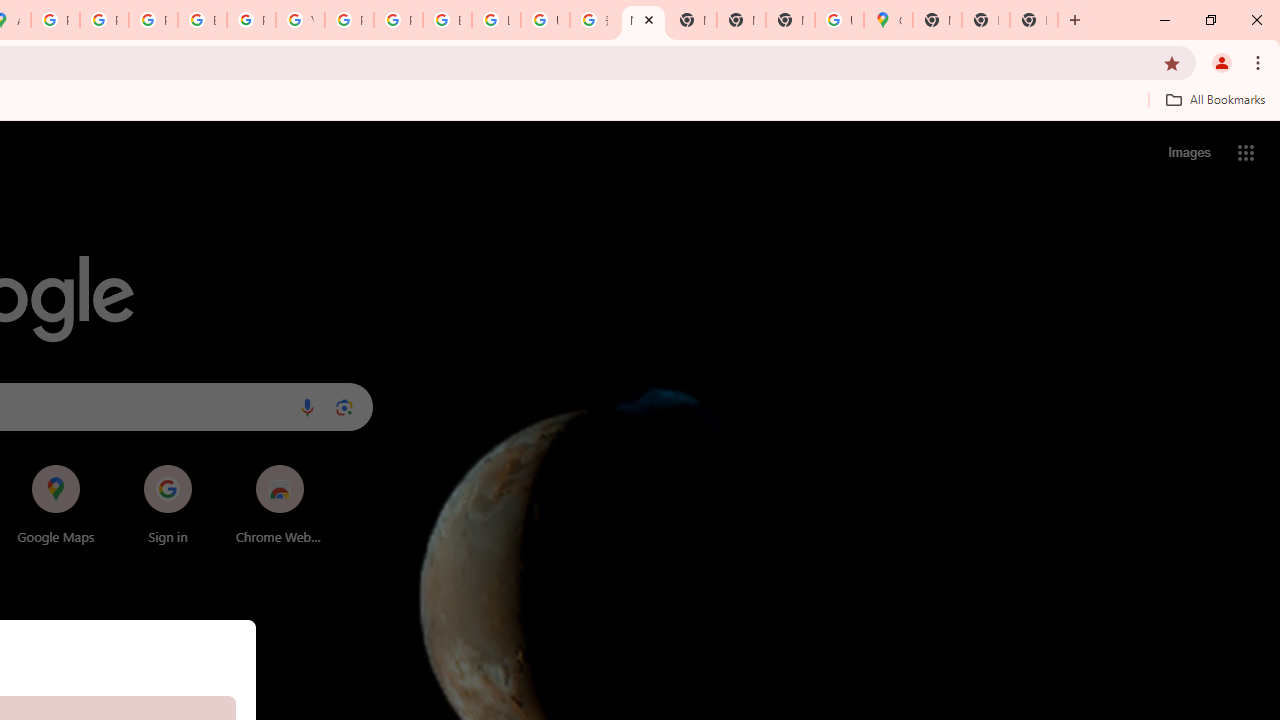  Describe the element at coordinates (103, 20) in the screenshot. I see `'Privacy Help Center - Policies Help'` at that location.